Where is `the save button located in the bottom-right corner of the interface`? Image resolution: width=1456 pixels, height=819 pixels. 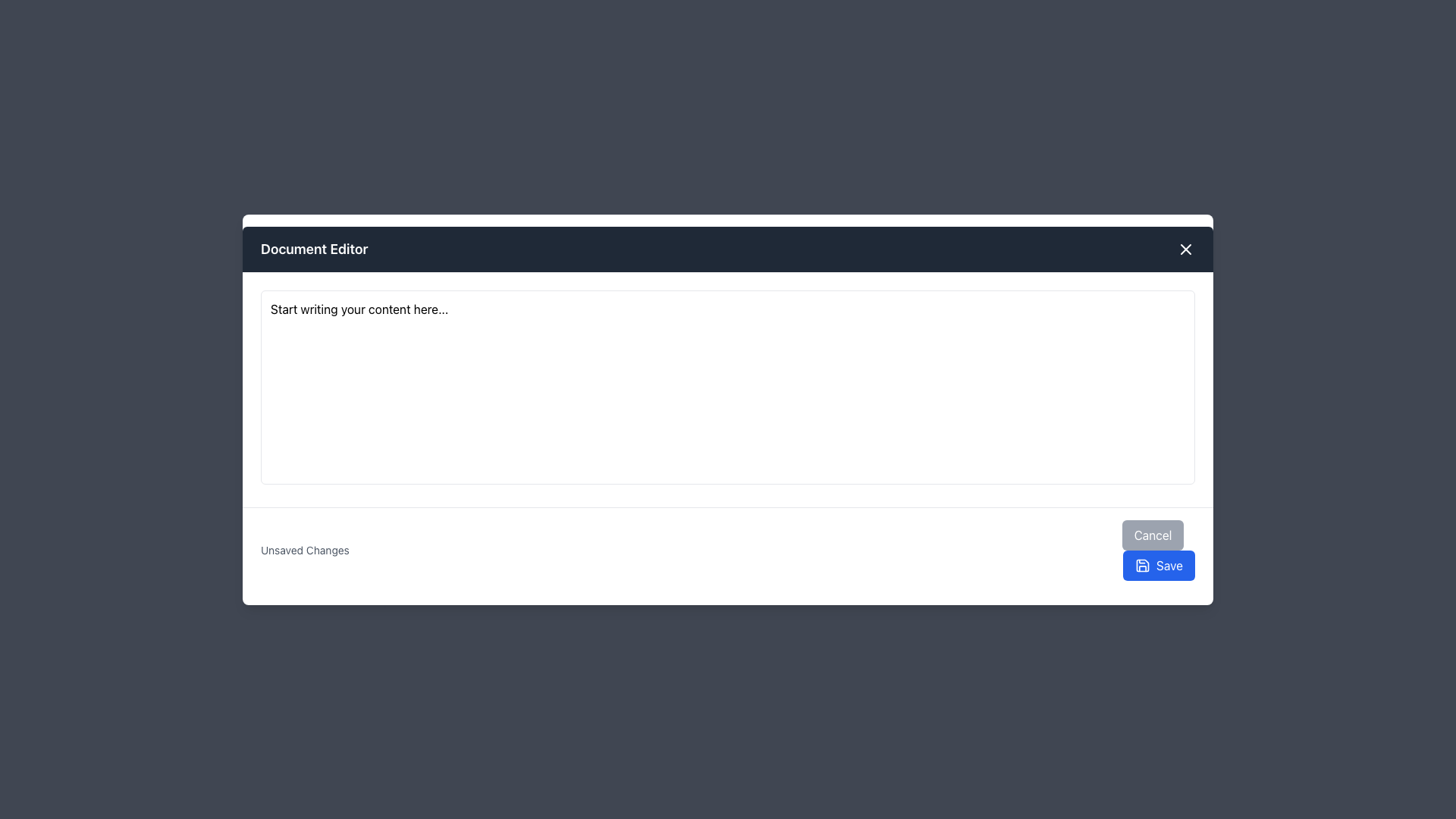
the save button located in the bottom-right corner of the interface is located at coordinates (1158, 565).